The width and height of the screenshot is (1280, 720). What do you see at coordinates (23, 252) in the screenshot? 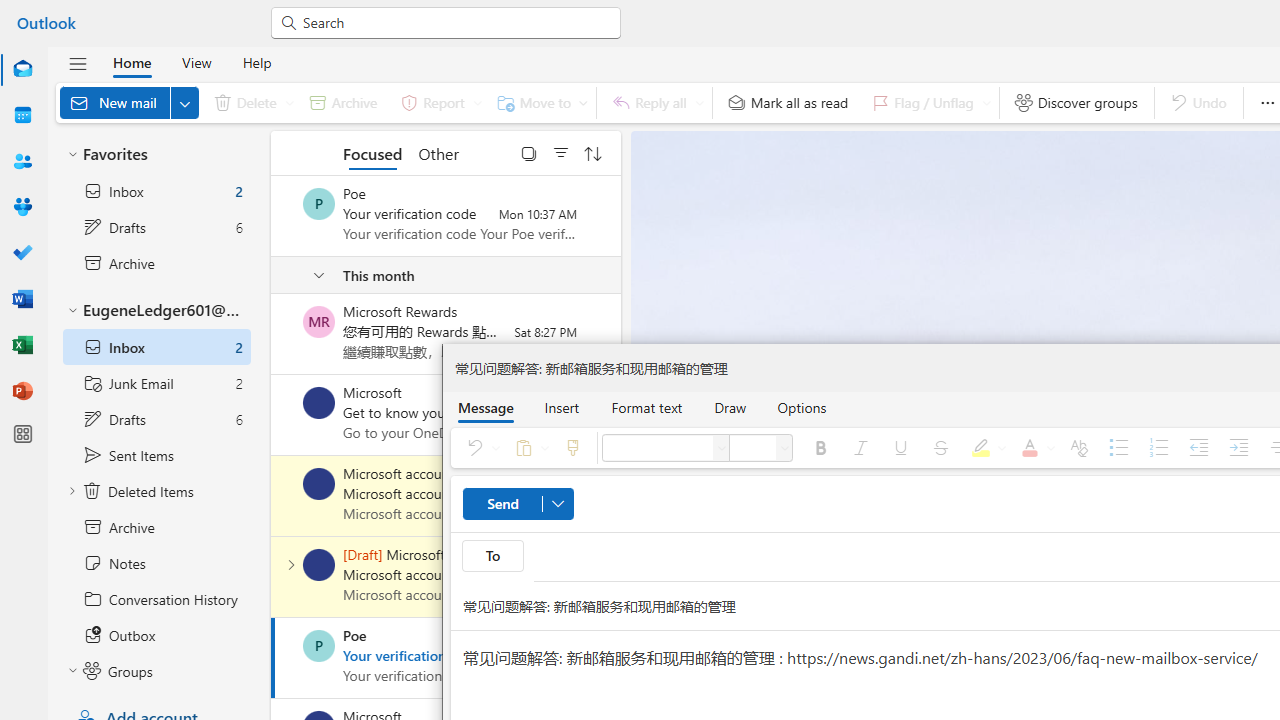
I see `'To Do'` at bounding box center [23, 252].